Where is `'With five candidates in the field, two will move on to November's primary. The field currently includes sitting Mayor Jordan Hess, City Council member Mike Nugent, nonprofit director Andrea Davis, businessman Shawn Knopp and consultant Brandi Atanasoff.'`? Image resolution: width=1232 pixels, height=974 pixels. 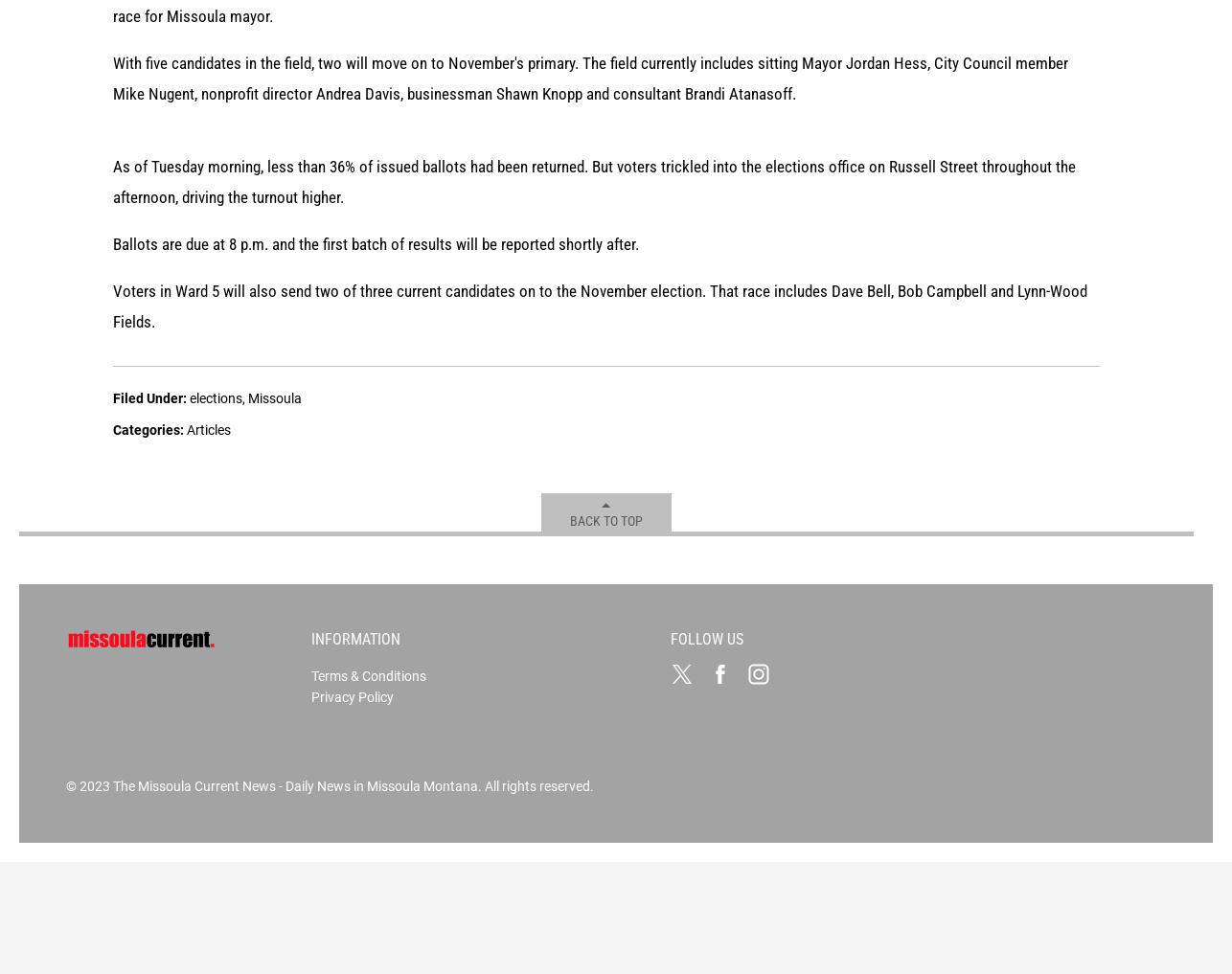
'With five candidates in the field, two will move on to November's primary. The field currently includes sitting Mayor Jordan Hess, City Council member Mike Nugent, nonprofit director Andrea Davis, businessman Shawn Knopp and consultant Brandi Atanasoff.' is located at coordinates (589, 361).